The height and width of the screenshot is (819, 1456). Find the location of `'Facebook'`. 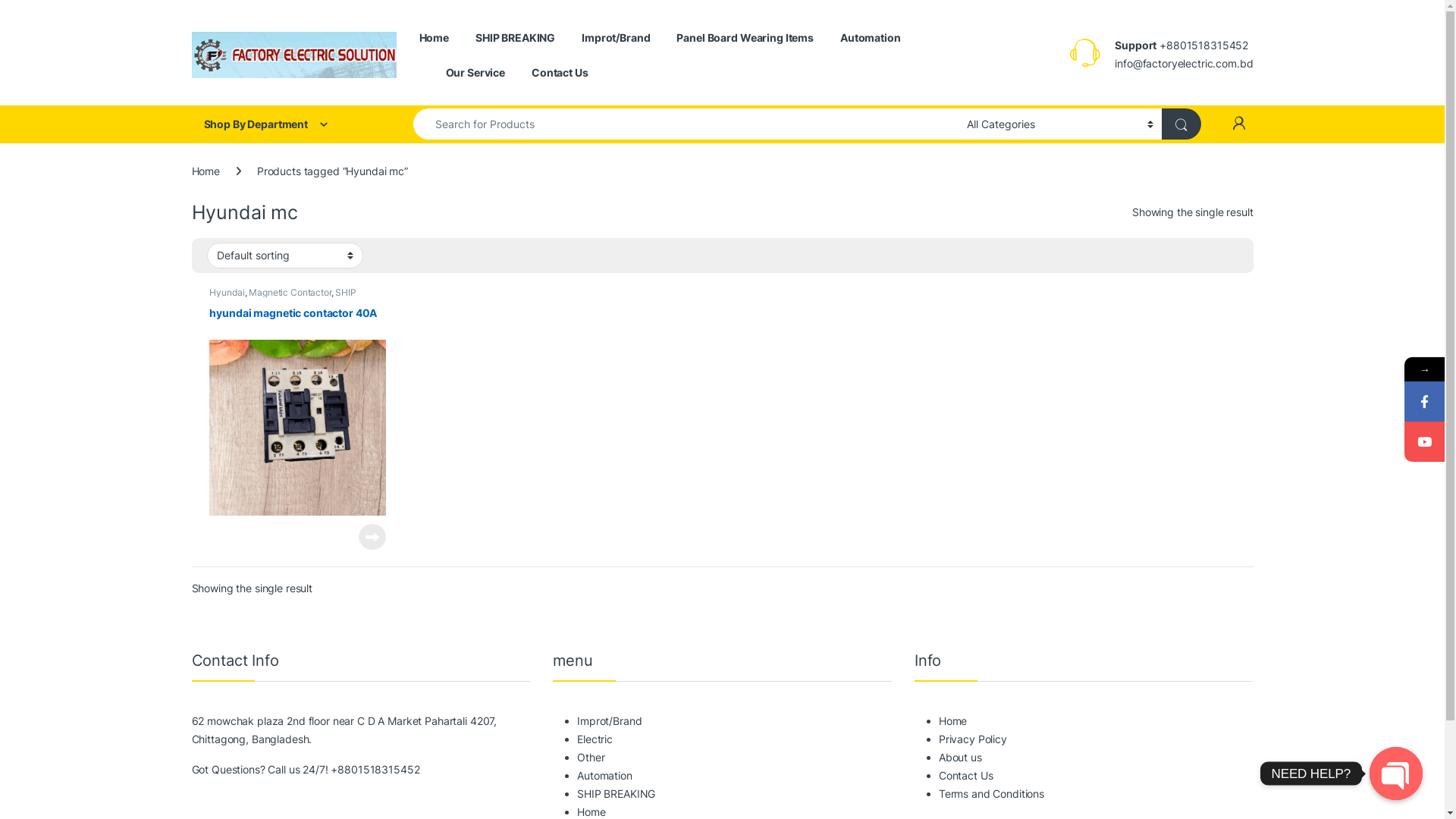

'Facebook' is located at coordinates (1423, 400).